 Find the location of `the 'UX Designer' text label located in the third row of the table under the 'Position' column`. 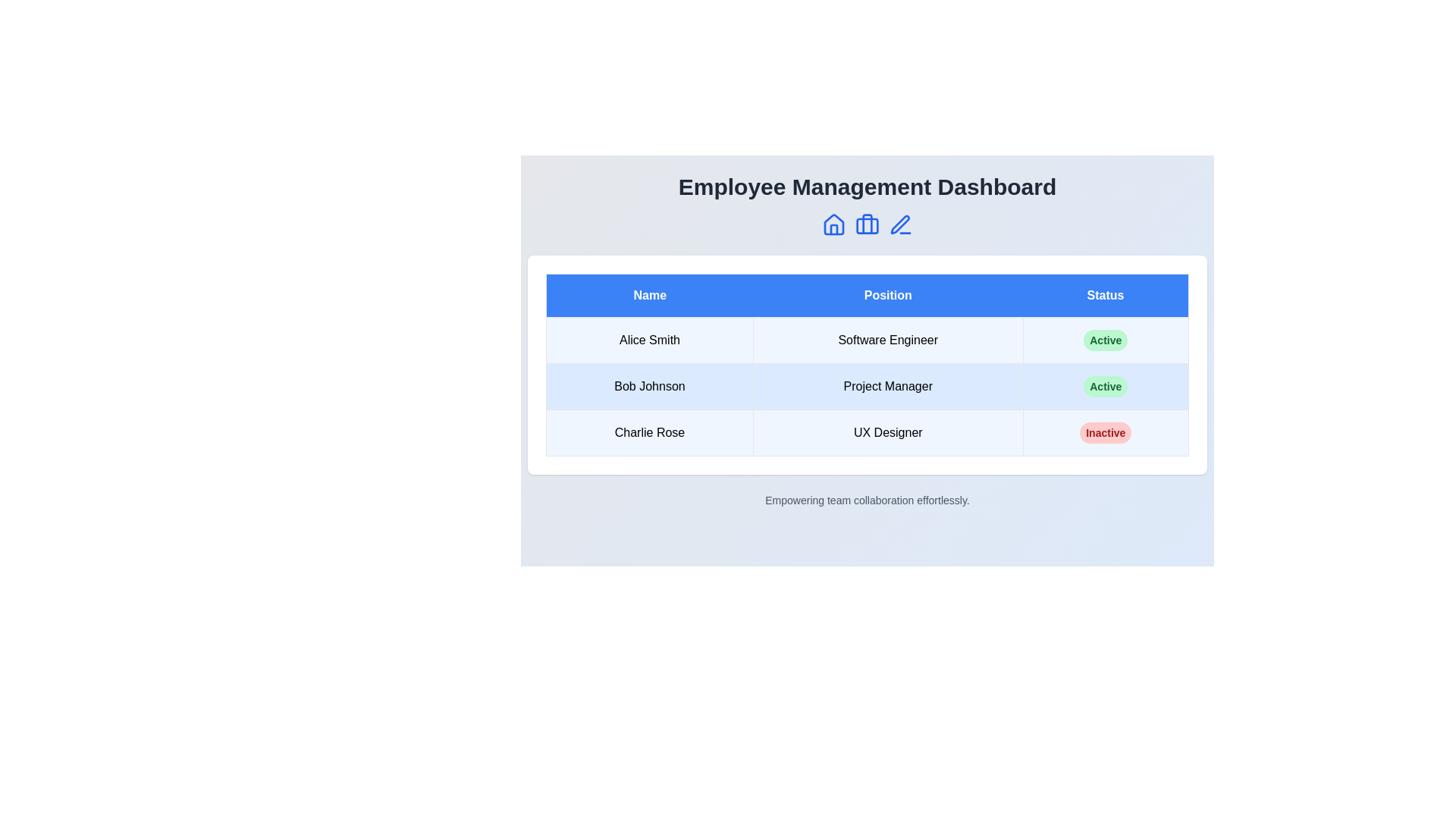

the 'UX Designer' text label located in the third row of the table under the 'Position' column is located at coordinates (888, 432).